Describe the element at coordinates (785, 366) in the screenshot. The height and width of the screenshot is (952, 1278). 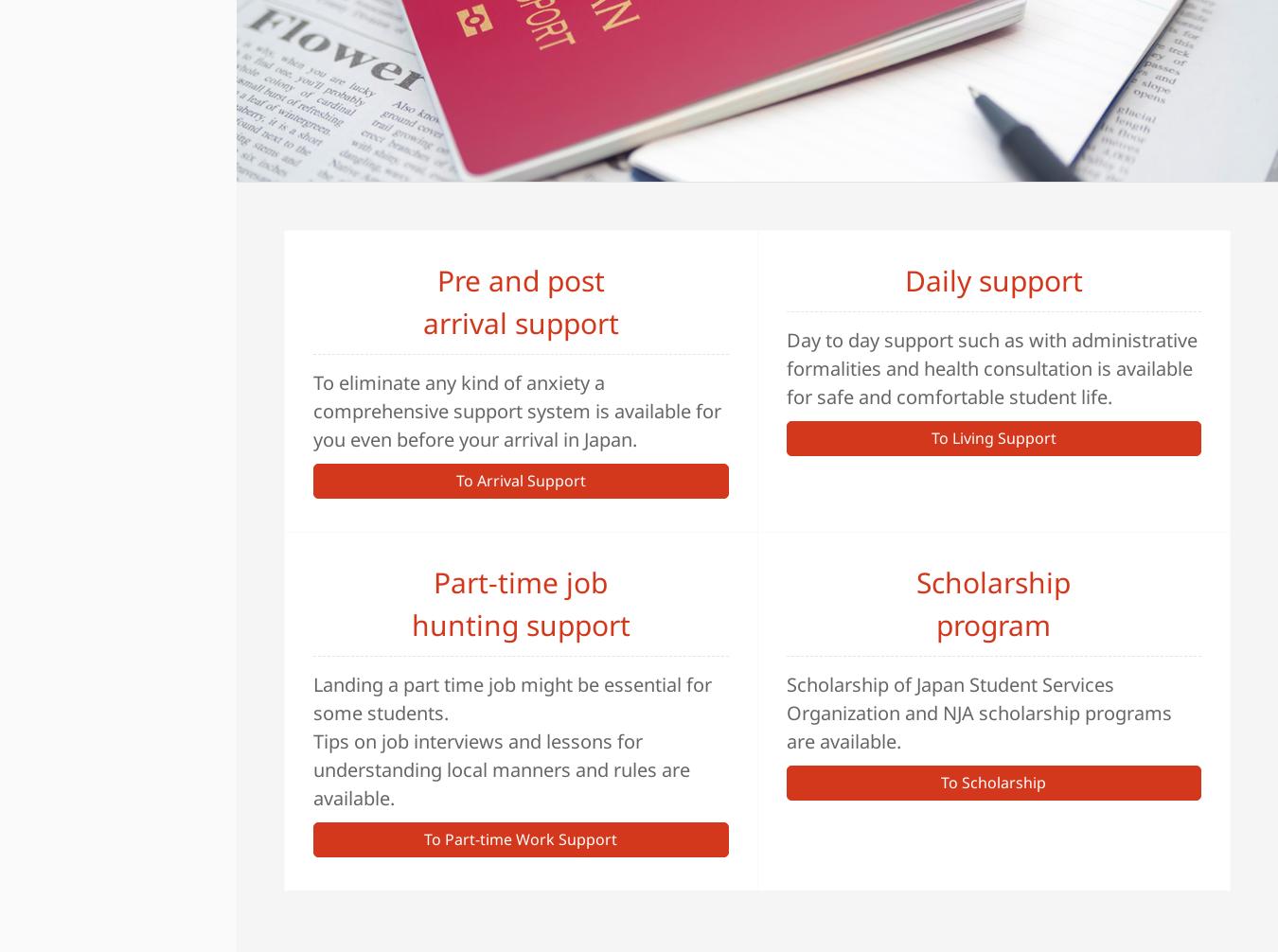
I see `'Day to day support such as with administrative formalities and health consultation is available for safe and comfortable student life.'` at that location.